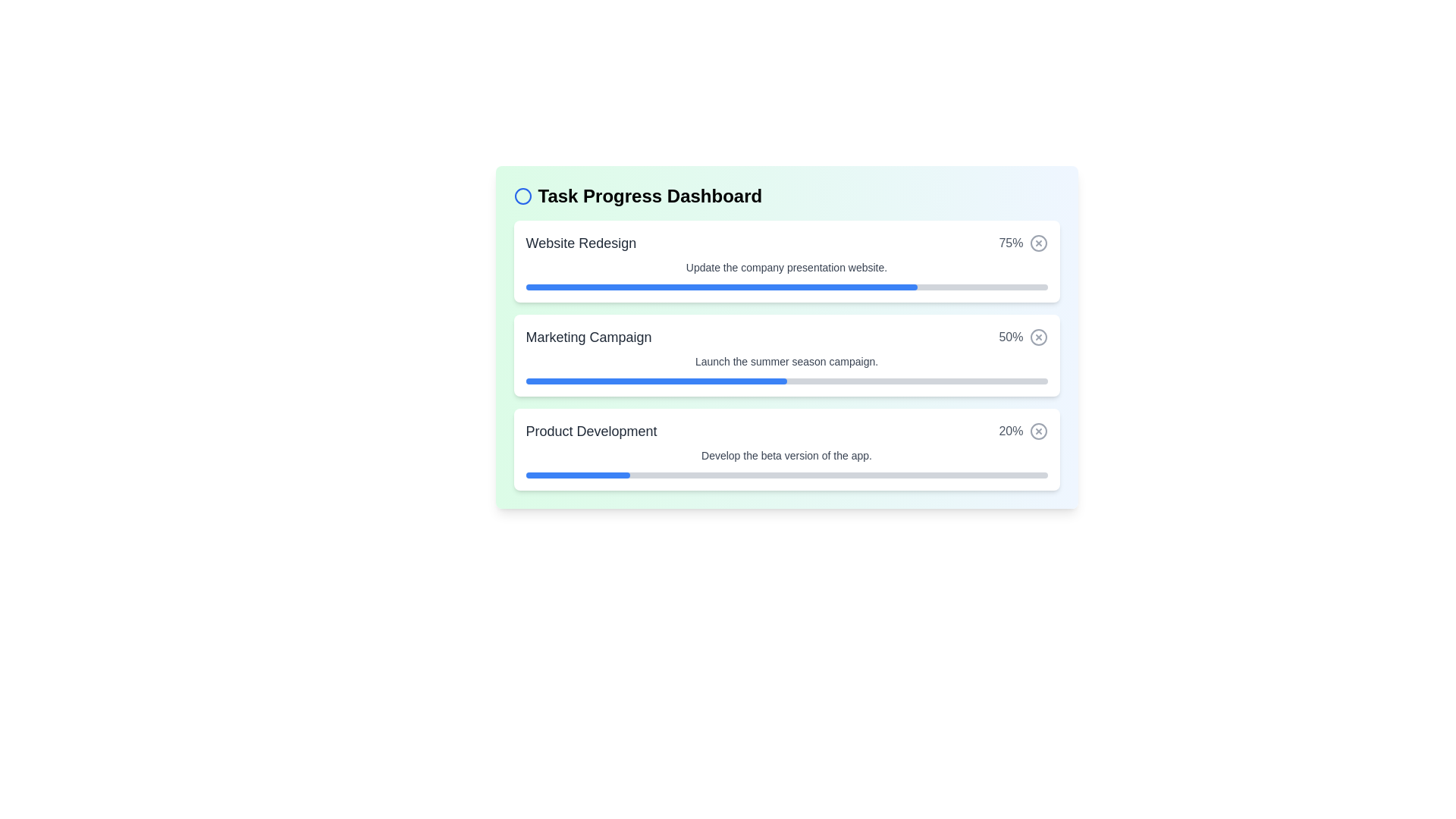 Image resolution: width=1456 pixels, height=819 pixels. Describe the element at coordinates (1037, 242) in the screenshot. I see `the SVG circle located on the far right of the first task card in the progress dashboard, which is part of a graphic design element` at that location.